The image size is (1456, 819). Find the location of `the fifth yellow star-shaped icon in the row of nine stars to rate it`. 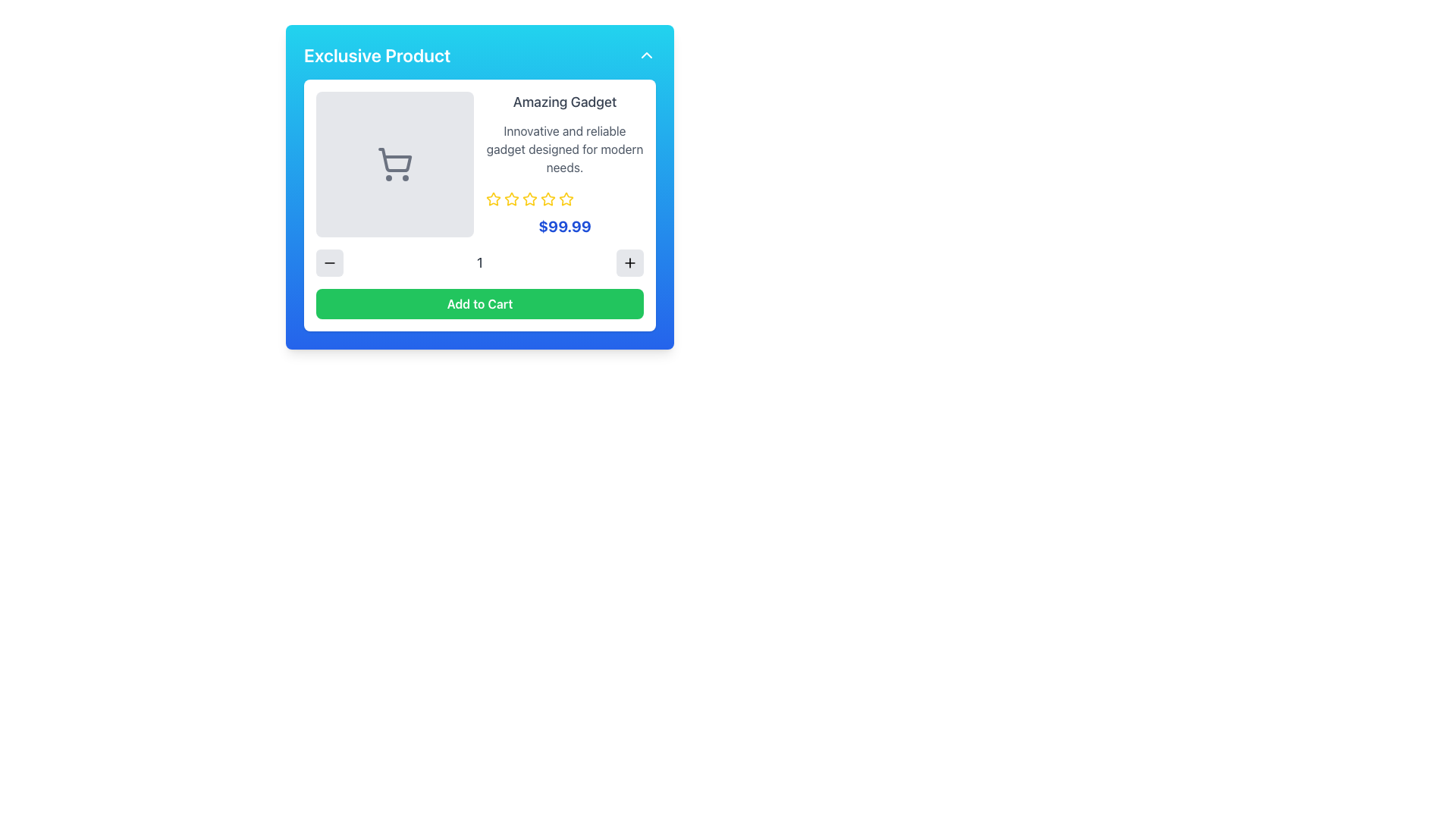

the fifth yellow star-shaped icon in the row of nine stars to rate it is located at coordinates (530, 198).